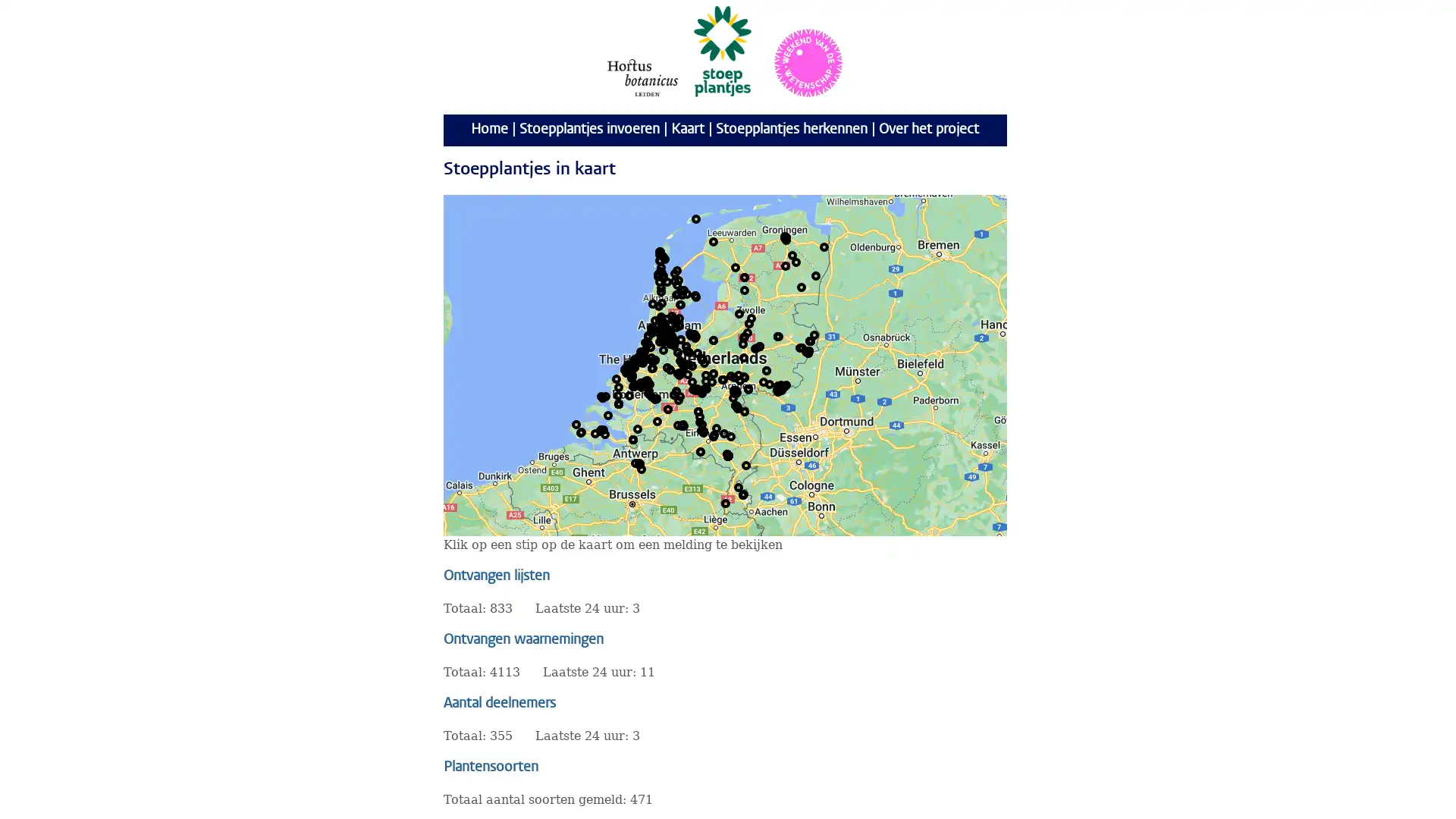  Describe the element at coordinates (667, 331) in the screenshot. I see `Telling van op 07 maart 2022` at that location.